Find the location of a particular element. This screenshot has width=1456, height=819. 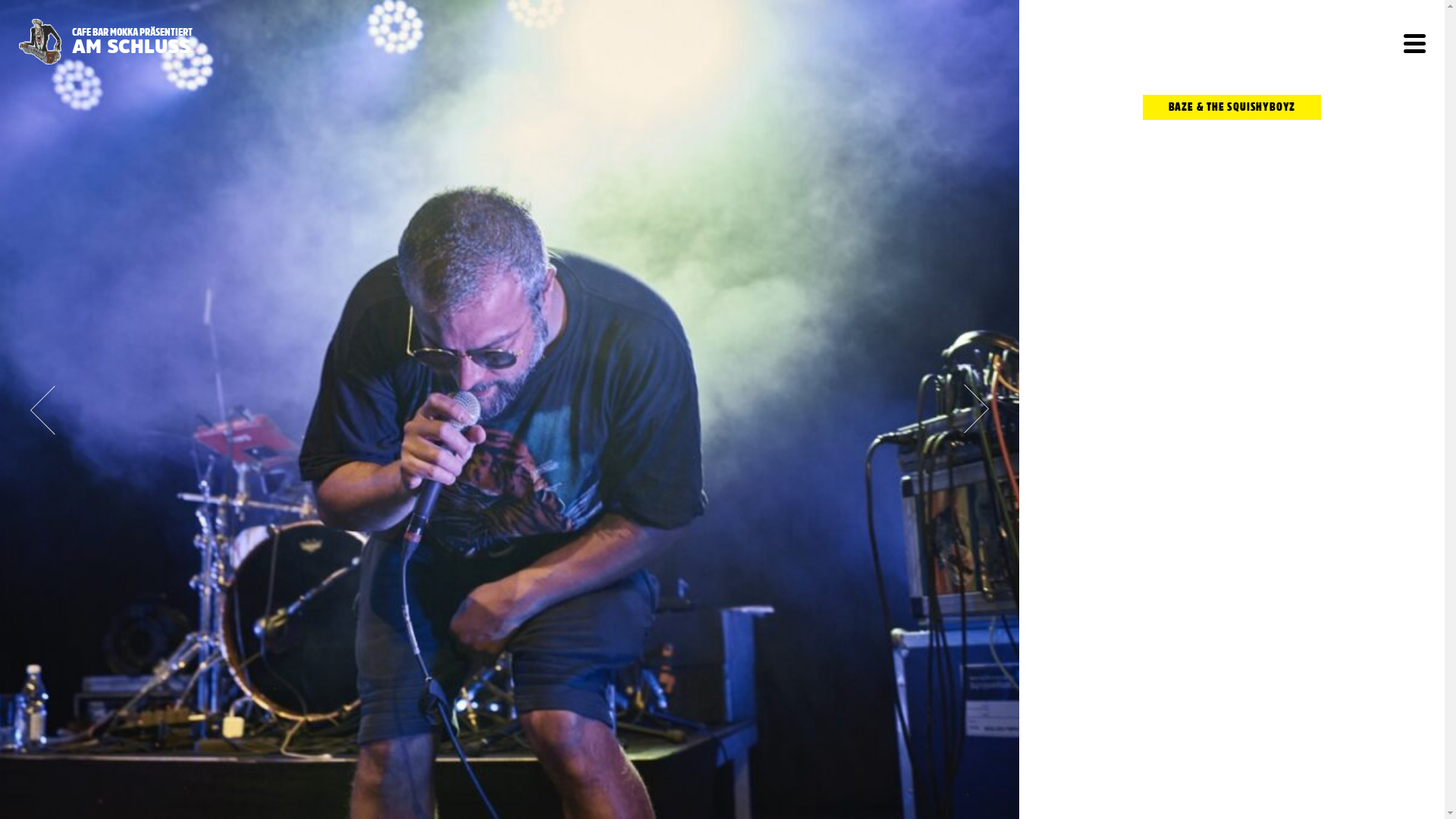

'BAZE & THE SQUISHYBOYZ' is located at coordinates (1143, 106).